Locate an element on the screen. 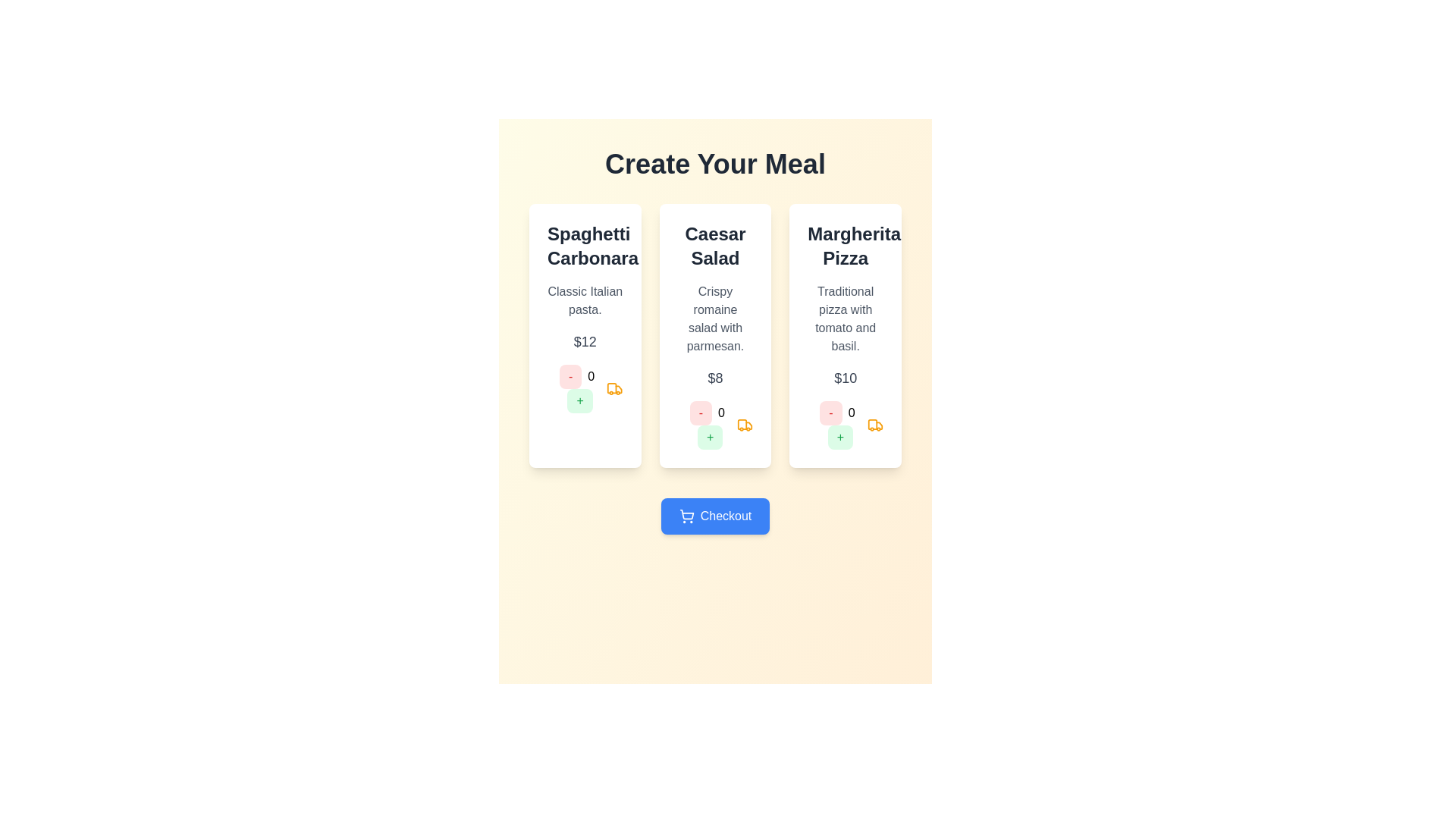  the increment button located within the Caesar Salad card, positioned directly below the numeric counter ('0') to increase the count is located at coordinates (709, 438).